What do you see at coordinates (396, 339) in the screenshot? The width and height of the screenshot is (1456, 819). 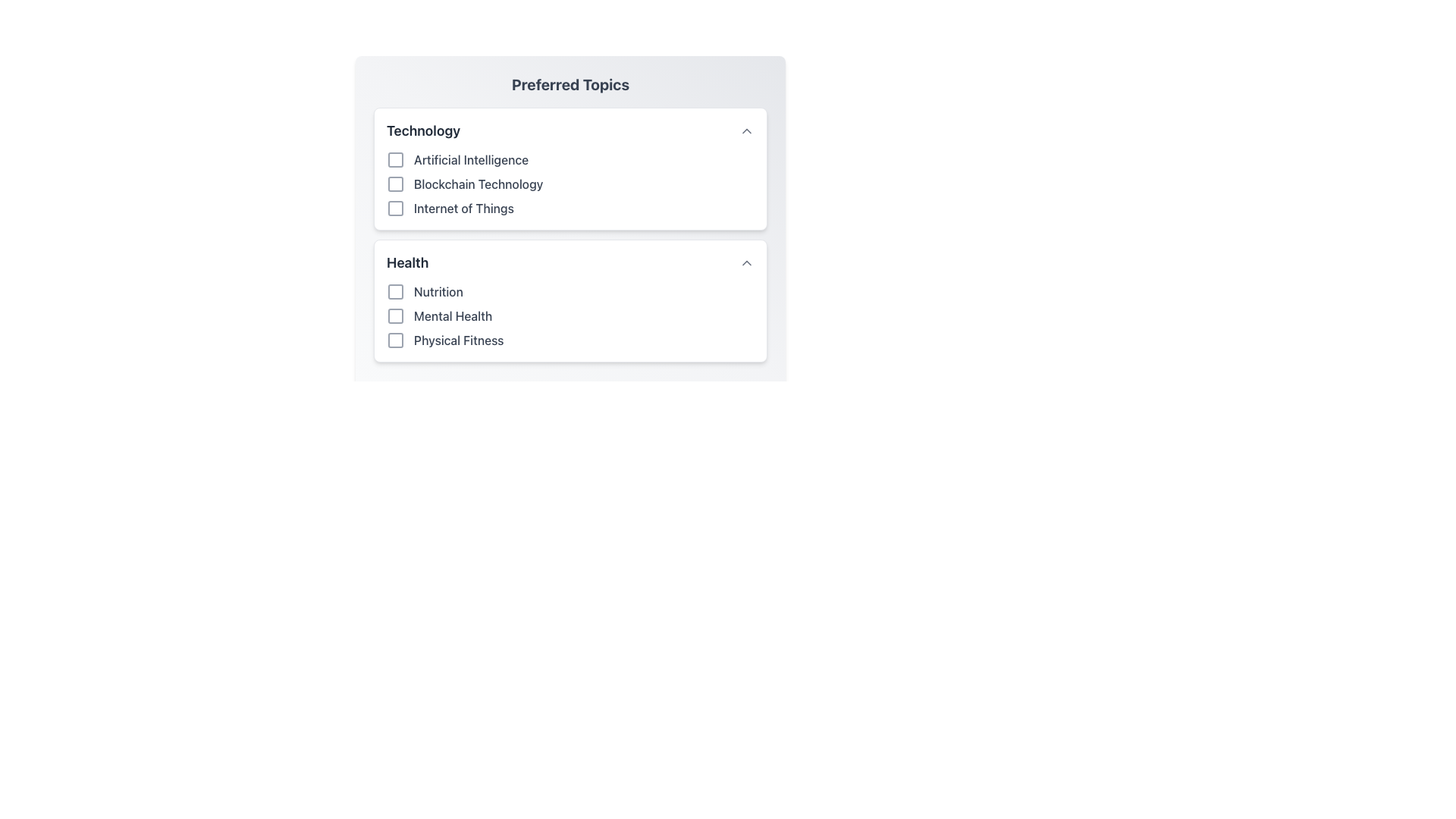 I see `the unchecked checkbox located to the left of the 'Physical Fitness' label in the 'Health' section under 'Preferred Topics'` at bounding box center [396, 339].